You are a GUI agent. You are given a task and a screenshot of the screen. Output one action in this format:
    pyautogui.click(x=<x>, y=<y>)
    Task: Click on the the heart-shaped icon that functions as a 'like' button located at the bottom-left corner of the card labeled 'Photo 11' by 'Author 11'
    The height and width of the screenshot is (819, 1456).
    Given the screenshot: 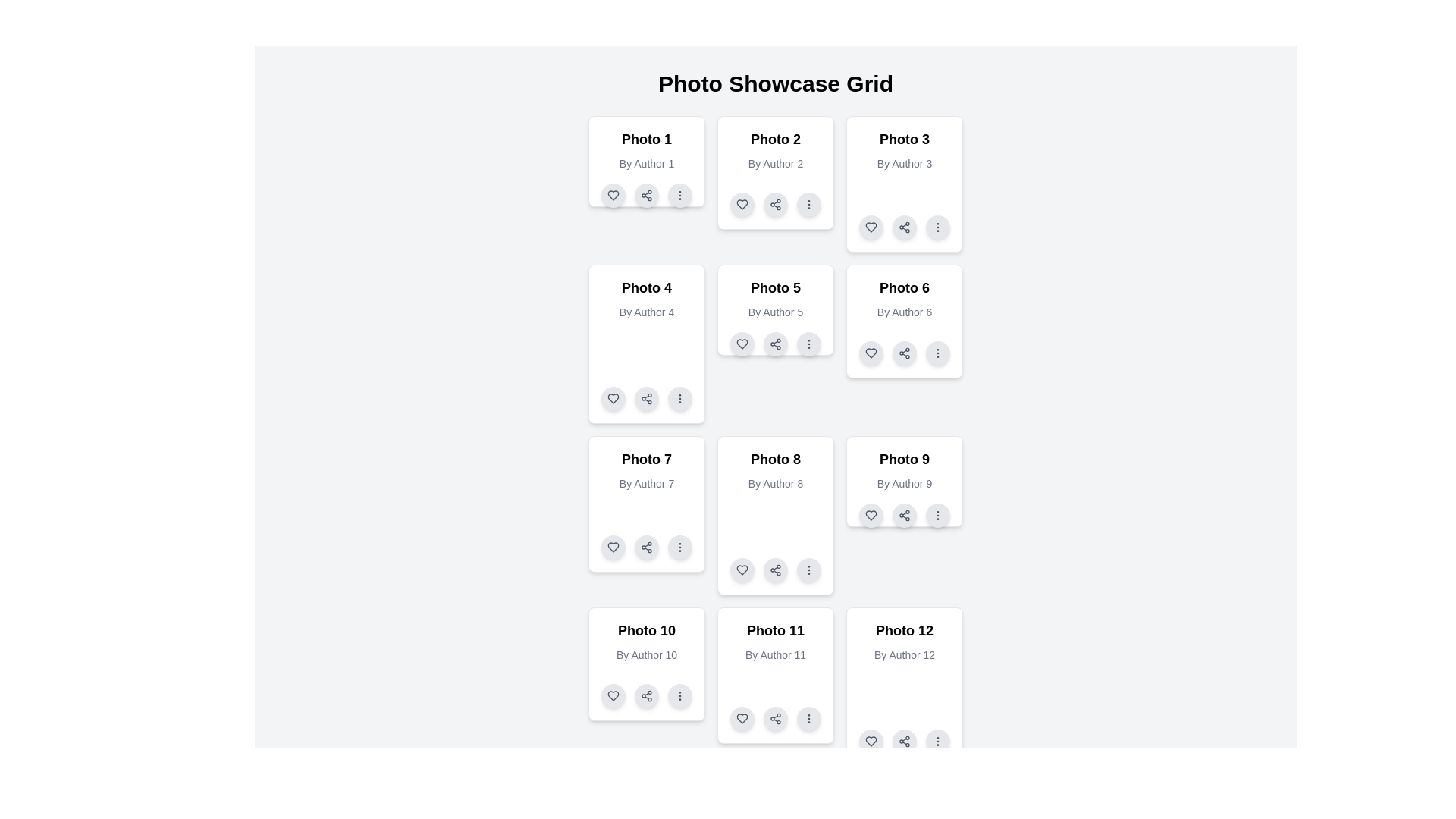 What is the action you would take?
    pyautogui.click(x=742, y=718)
    